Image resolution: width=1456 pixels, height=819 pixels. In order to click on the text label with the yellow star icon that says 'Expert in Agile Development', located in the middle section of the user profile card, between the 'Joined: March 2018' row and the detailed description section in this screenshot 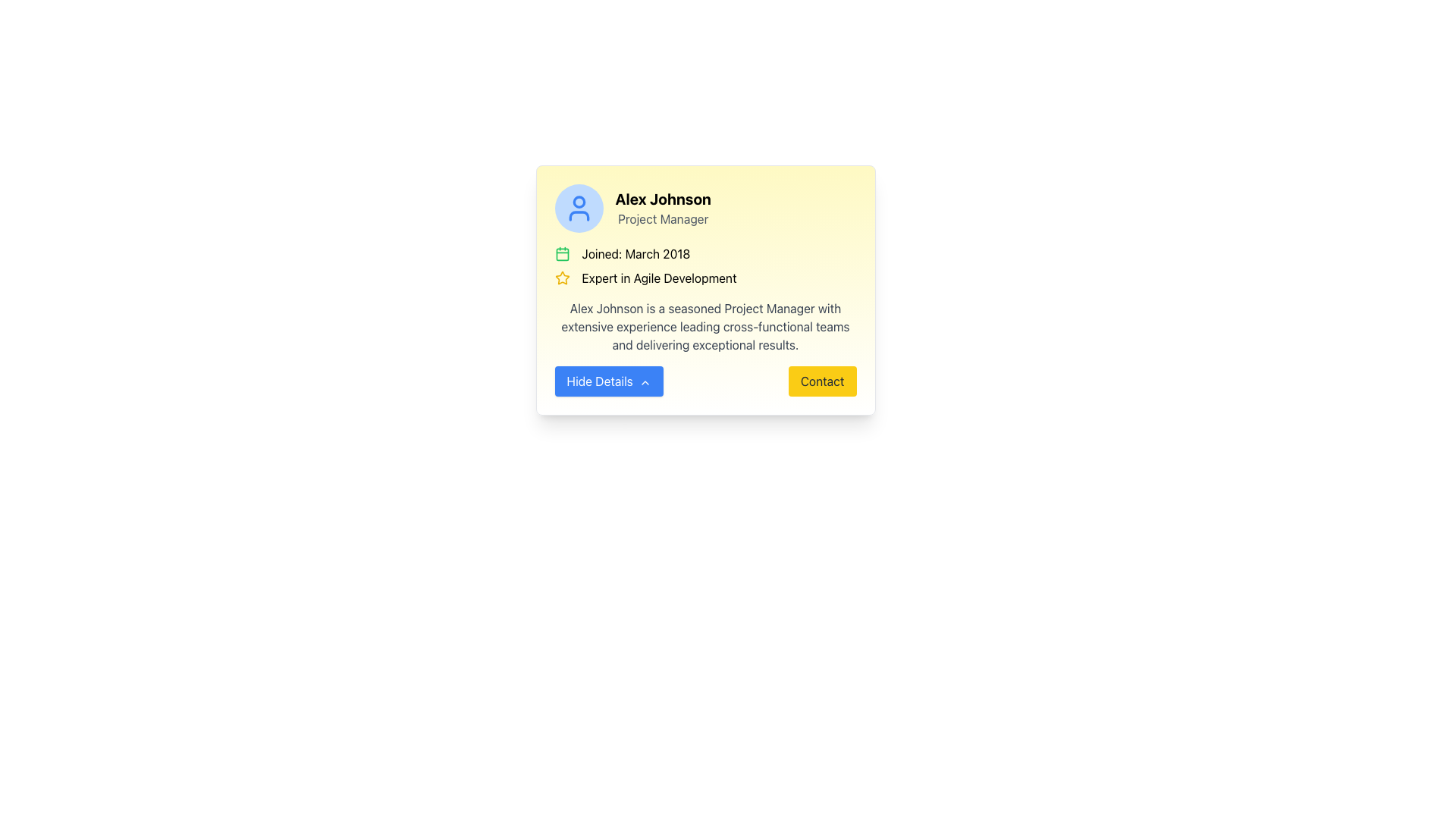, I will do `click(704, 278)`.